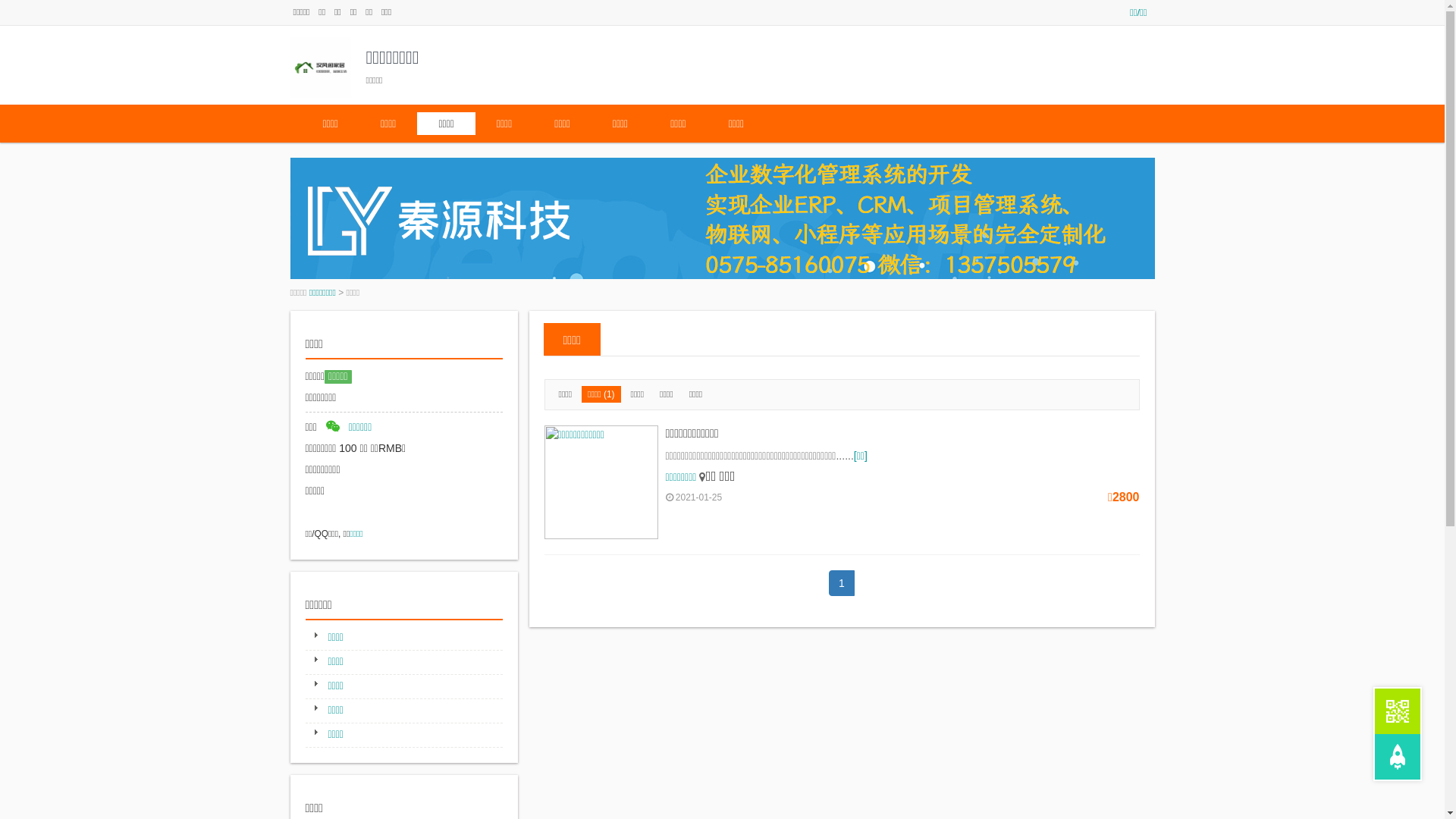 The width and height of the screenshot is (1456, 819). What do you see at coordinates (840, 582) in the screenshot?
I see `'1'` at bounding box center [840, 582].